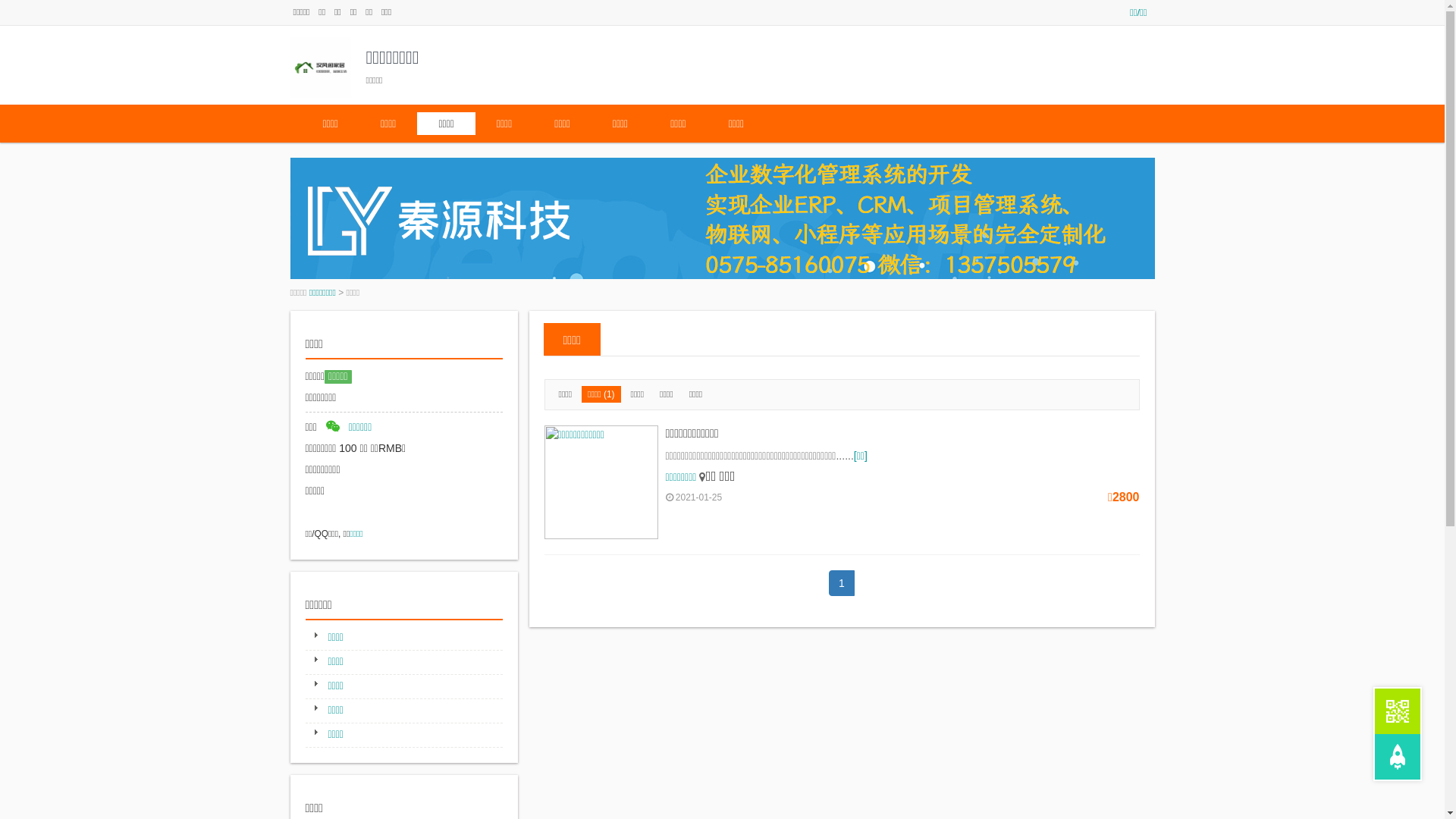 The width and height of the screenshot is (1456, 819). What do you see at coordinates (840, 582) in the screenshot?
I see `'1'` at bounding box center [840, 582].